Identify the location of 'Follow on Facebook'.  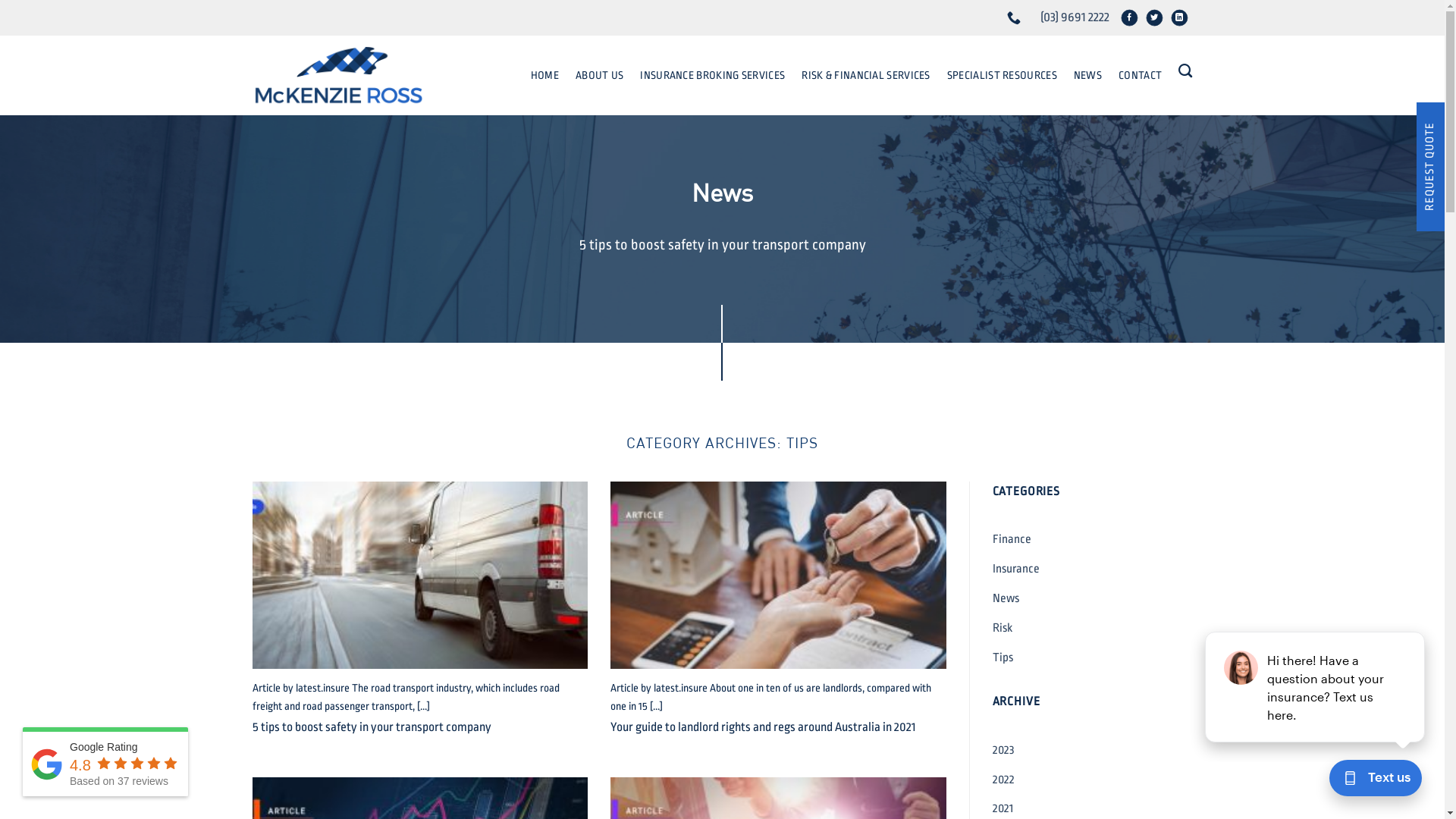
(1132, 20).